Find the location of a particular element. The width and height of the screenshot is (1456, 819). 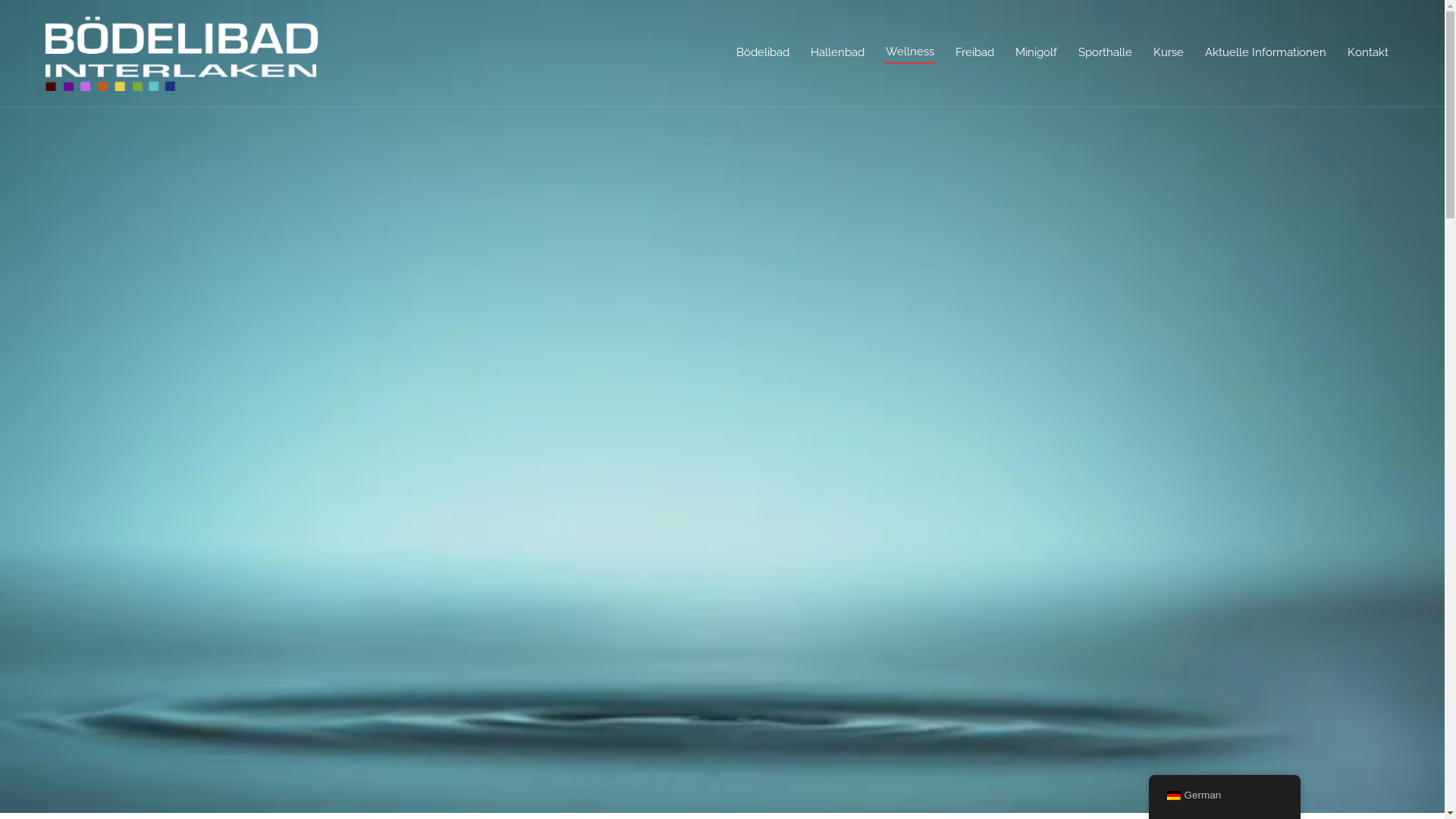

'Freibad' is located at coordinates (974, 52).